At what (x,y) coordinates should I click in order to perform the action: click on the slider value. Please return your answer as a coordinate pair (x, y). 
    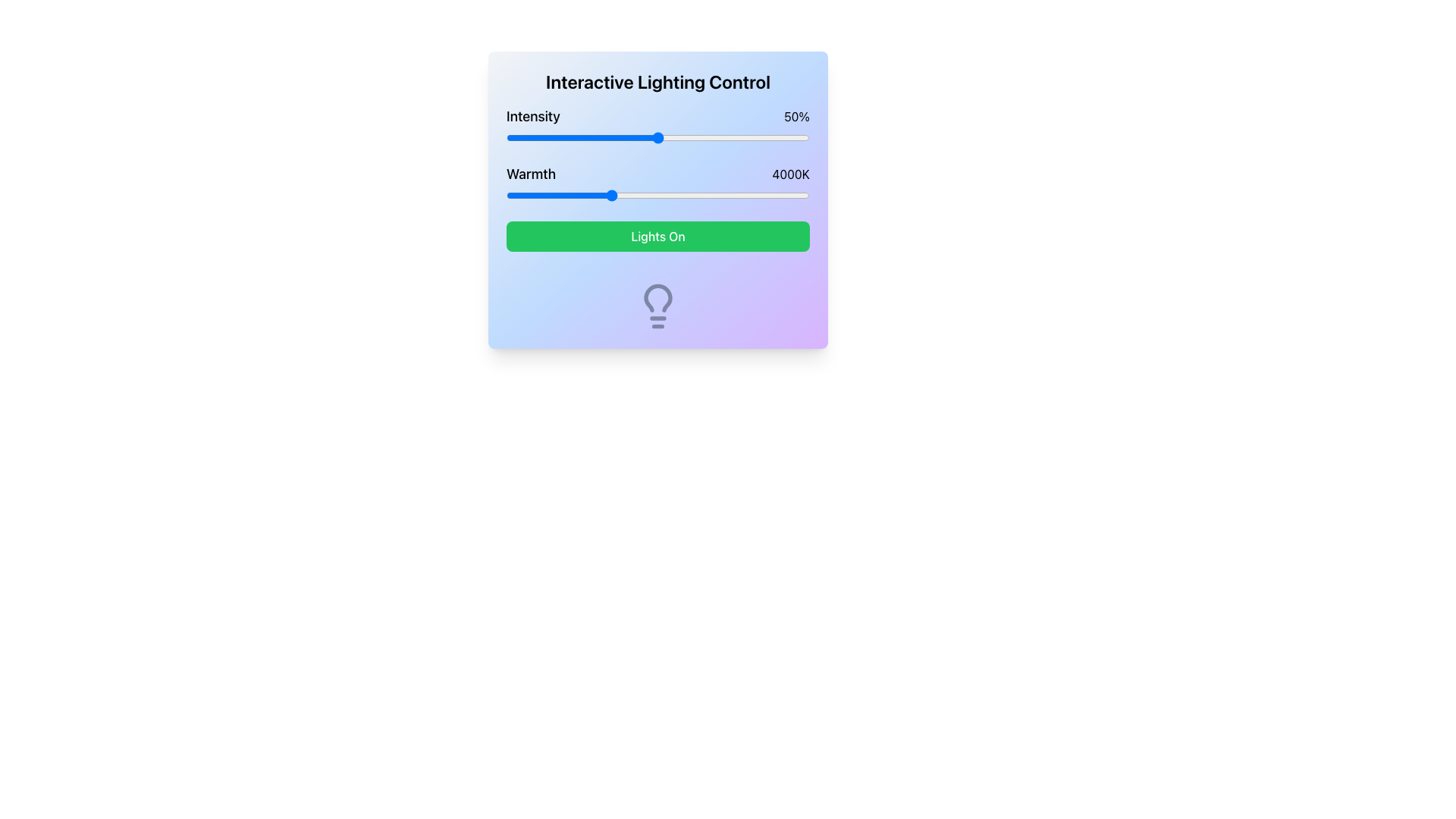
    Looking at the image, I should click on (742, 137).